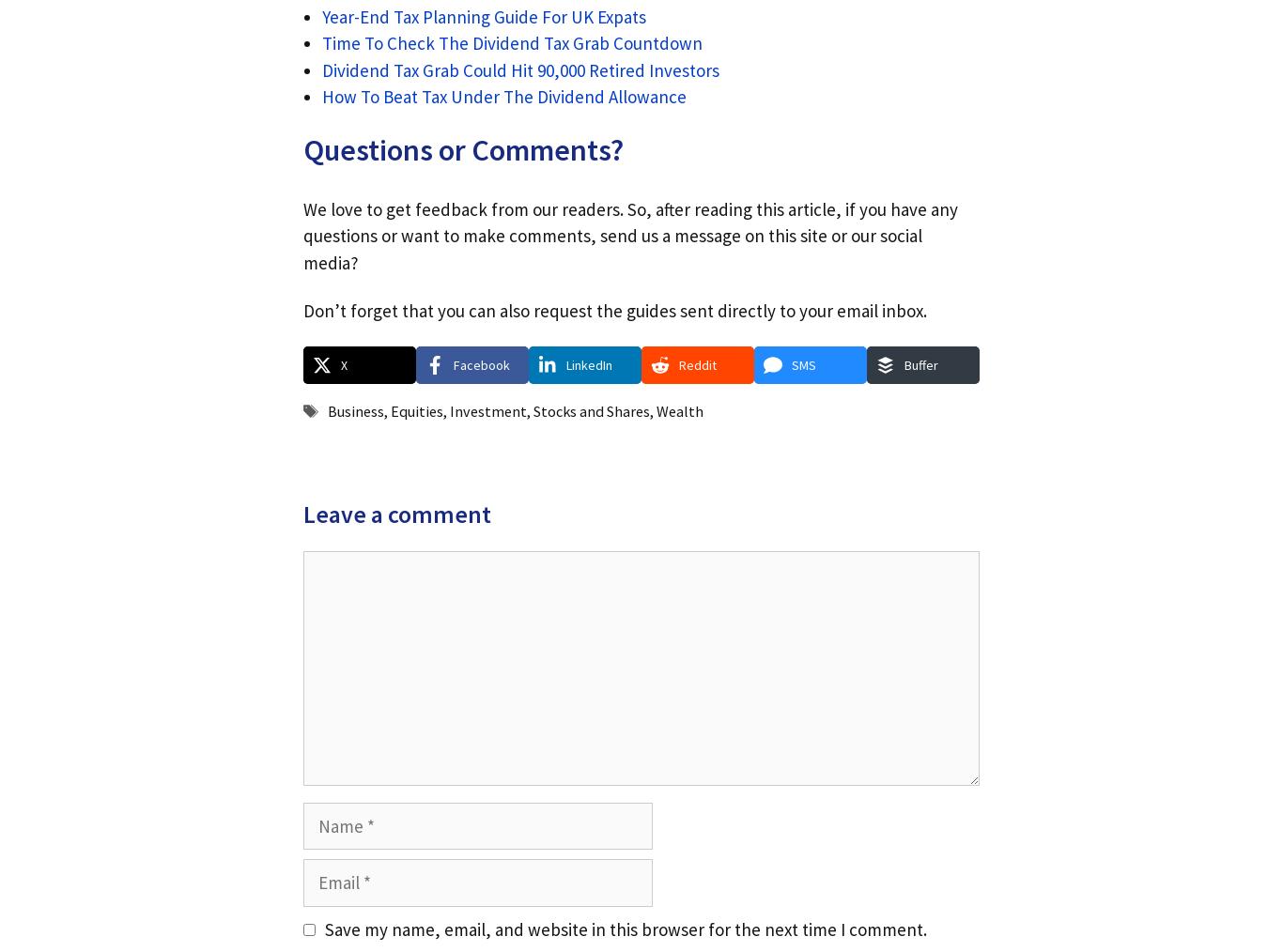  Describe the element at coordinates (353, 411) in the screenshot. I see `'Business'` at that location.